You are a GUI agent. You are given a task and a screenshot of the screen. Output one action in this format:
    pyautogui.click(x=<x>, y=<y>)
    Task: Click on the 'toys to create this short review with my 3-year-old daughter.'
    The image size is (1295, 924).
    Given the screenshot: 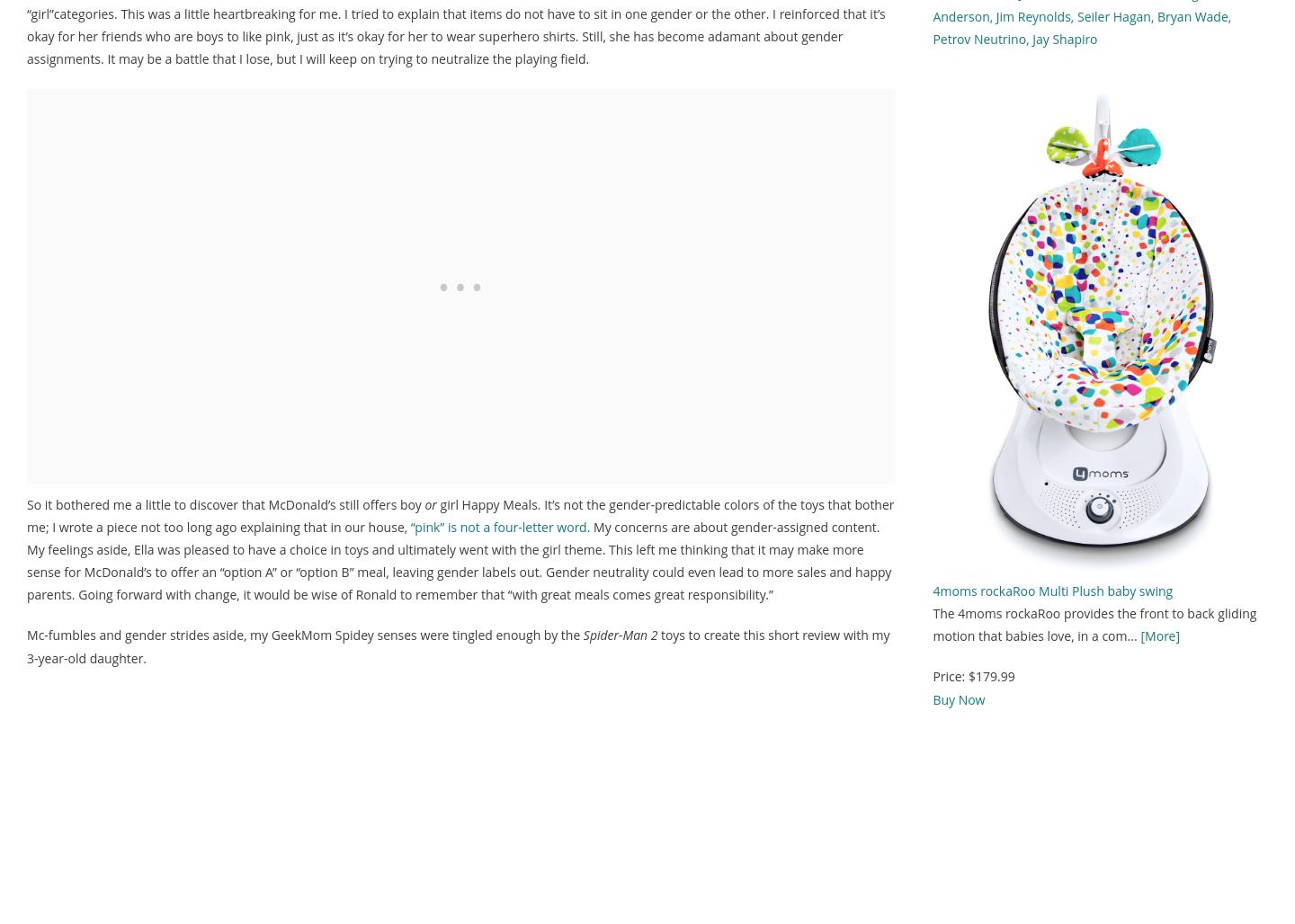 What is the action you would take?
    pyautogui.click(x=457, y=644)
    